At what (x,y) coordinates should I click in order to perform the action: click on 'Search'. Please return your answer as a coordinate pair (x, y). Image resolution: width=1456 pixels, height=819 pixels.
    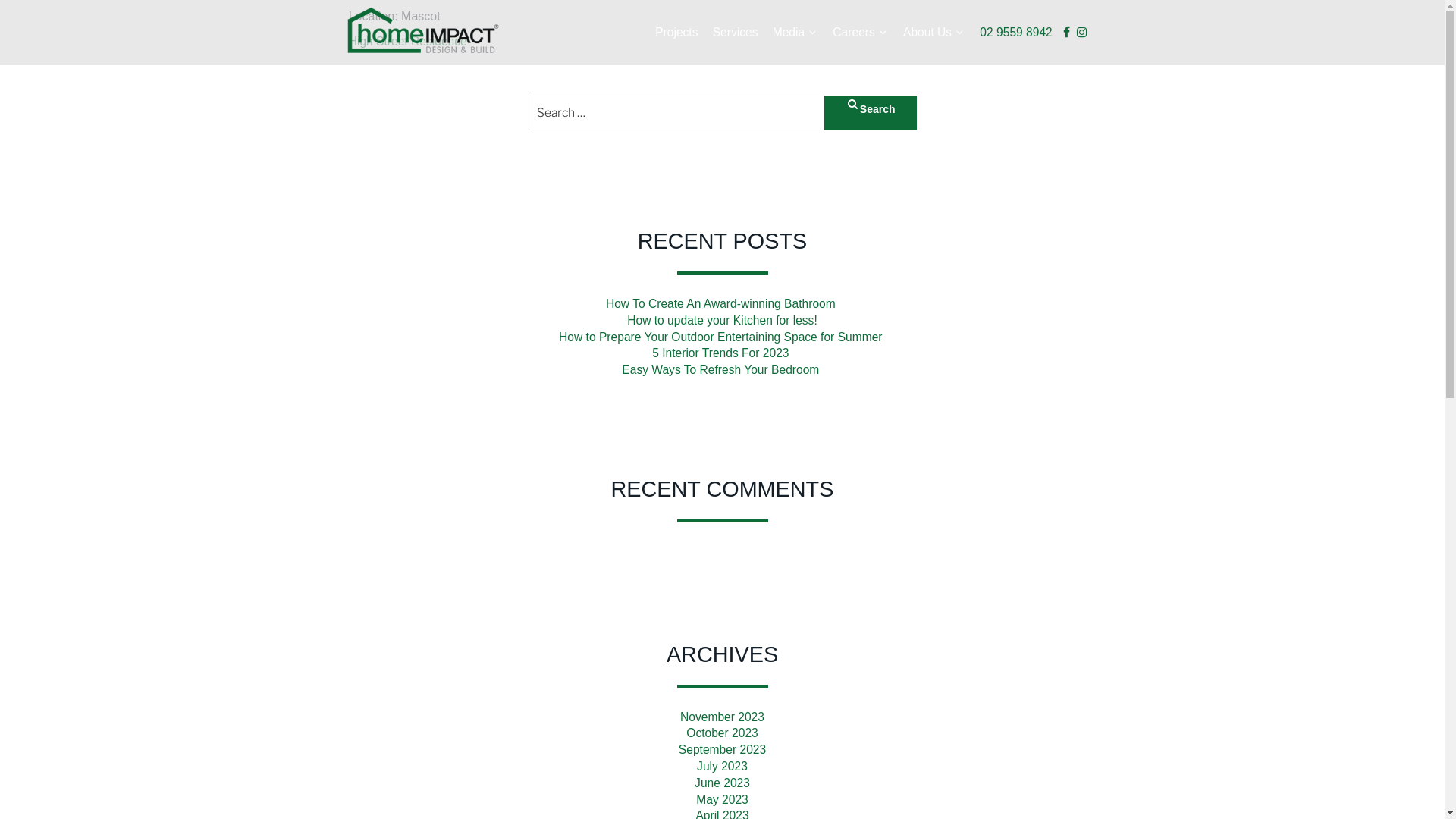
    Looking at the image, I should click on (870, 112).